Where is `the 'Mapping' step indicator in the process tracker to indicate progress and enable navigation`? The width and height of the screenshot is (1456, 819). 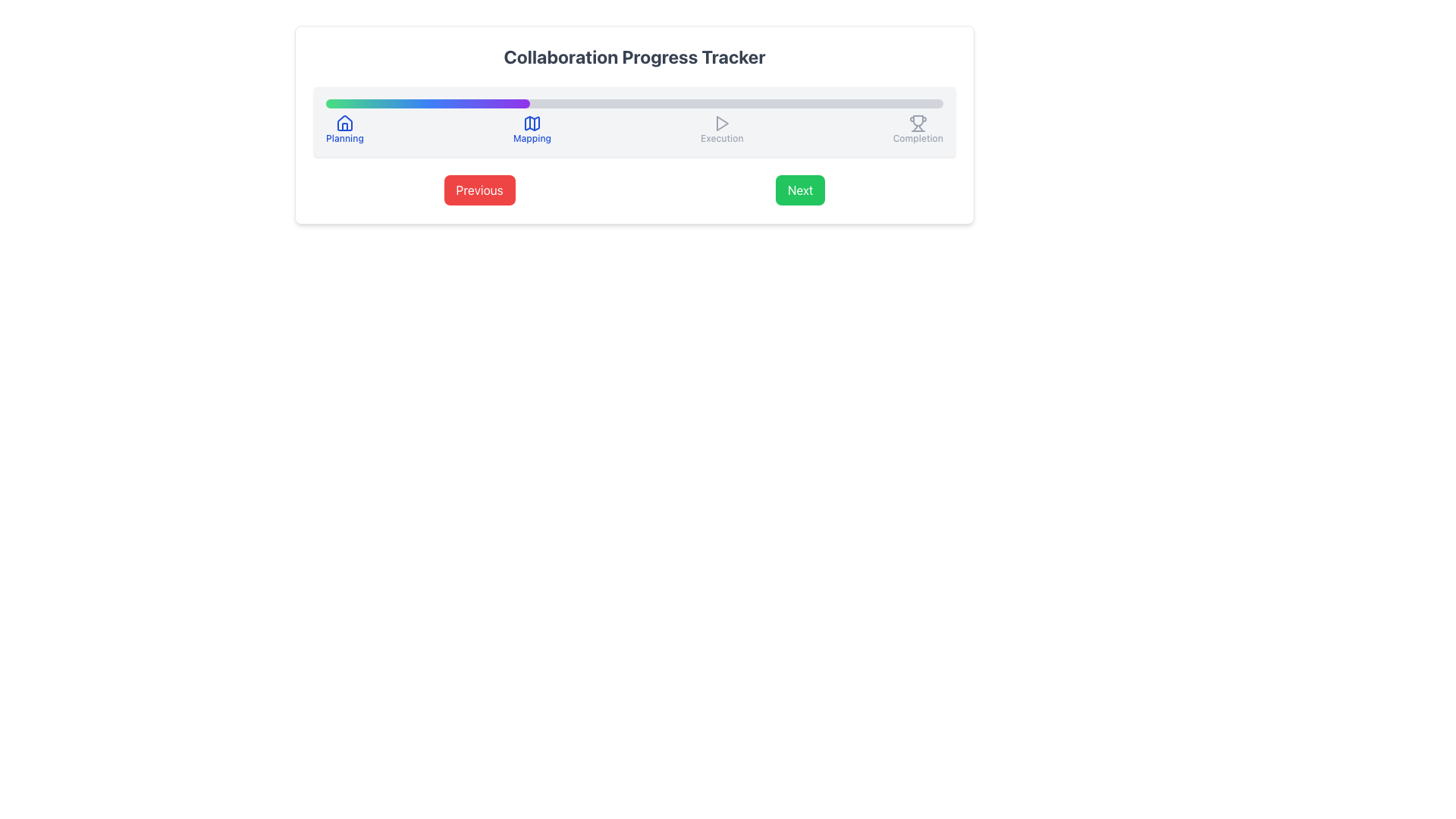 the 'Mapping' step indicator in the process tracker to indicate progress and enable navigation is located at coordinates (532, 128).